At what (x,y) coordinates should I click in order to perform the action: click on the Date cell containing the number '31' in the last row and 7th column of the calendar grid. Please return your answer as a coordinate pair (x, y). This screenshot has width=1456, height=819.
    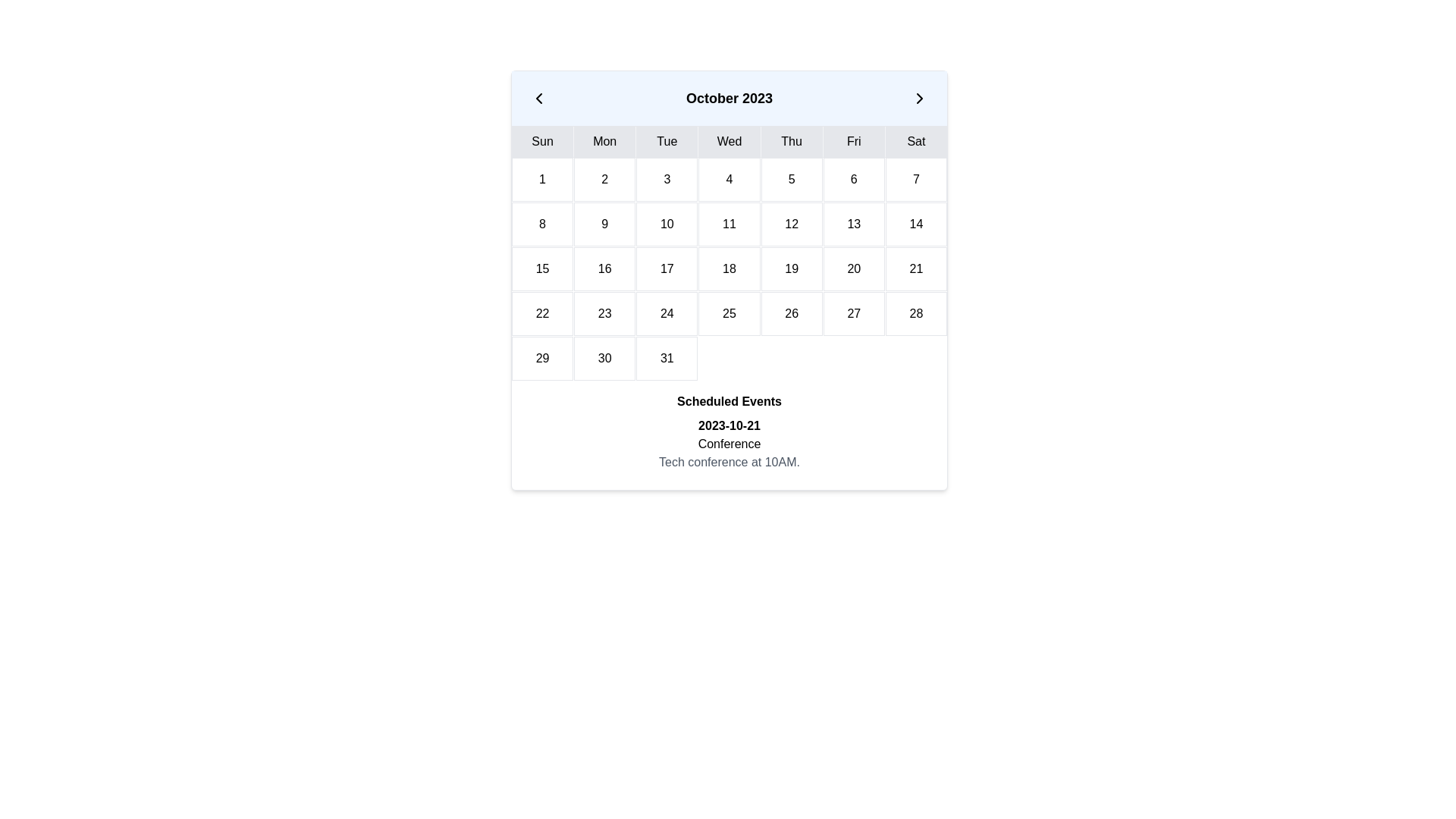
    Looking at the image, I should click on (667, 359).